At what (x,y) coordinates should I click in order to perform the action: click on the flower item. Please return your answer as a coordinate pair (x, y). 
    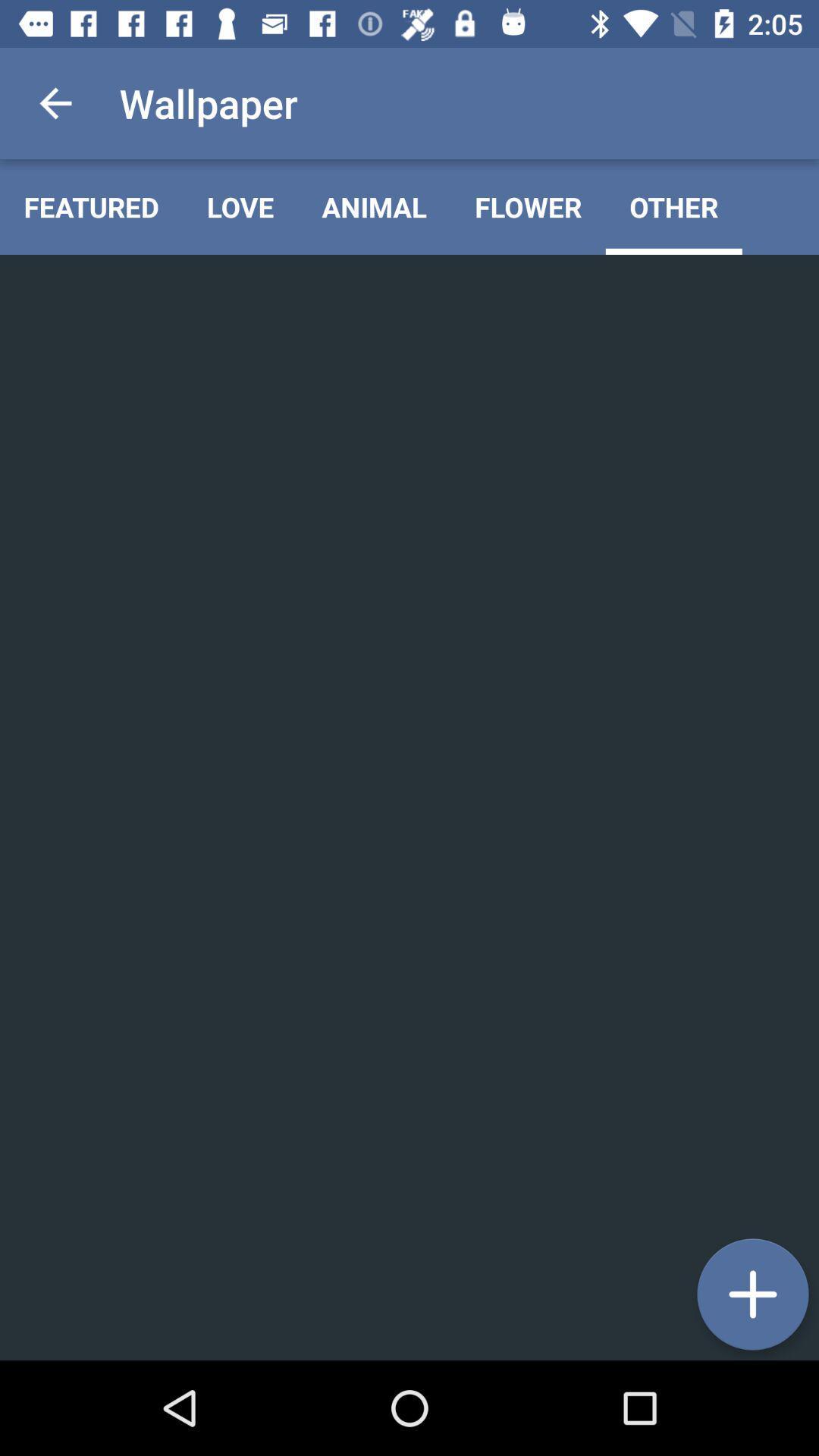
    Looking at the image, I should click on (527, 206).